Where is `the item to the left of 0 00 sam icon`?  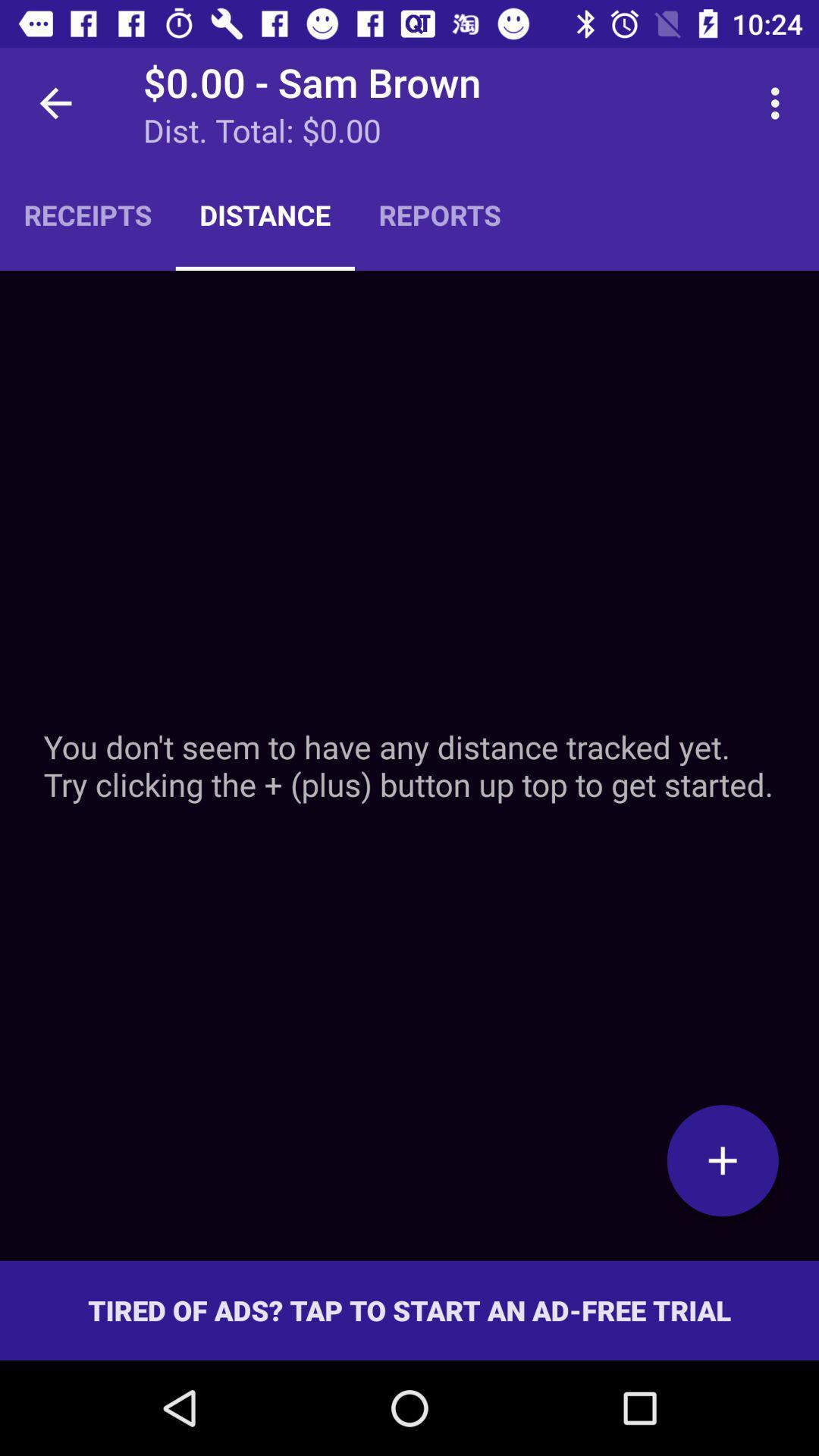
the item to the left of 0 00 sam icon is located at coordinates (55, 102).